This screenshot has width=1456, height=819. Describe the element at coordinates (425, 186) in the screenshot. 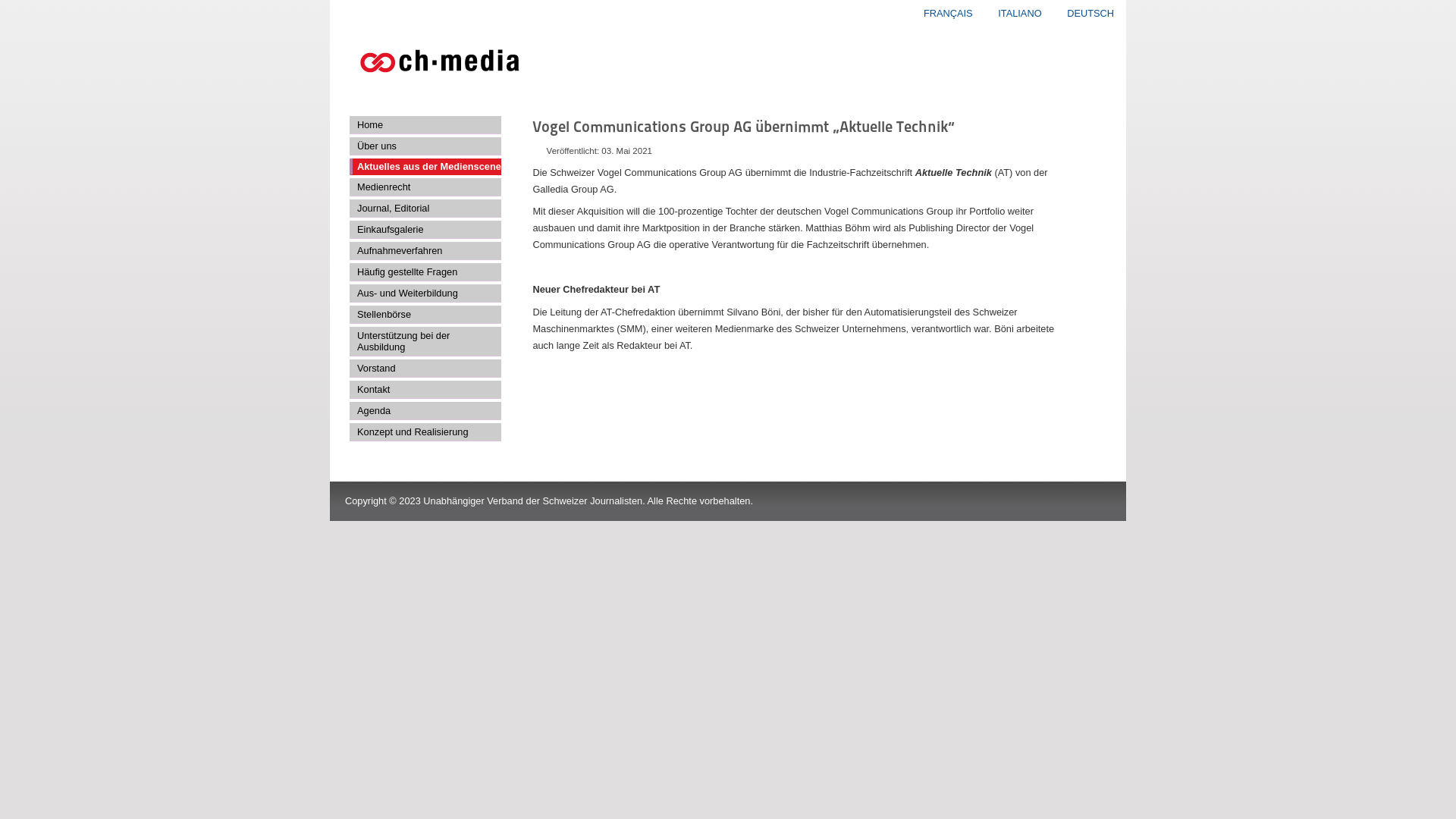

I see `'Medienrecht'` at that location.